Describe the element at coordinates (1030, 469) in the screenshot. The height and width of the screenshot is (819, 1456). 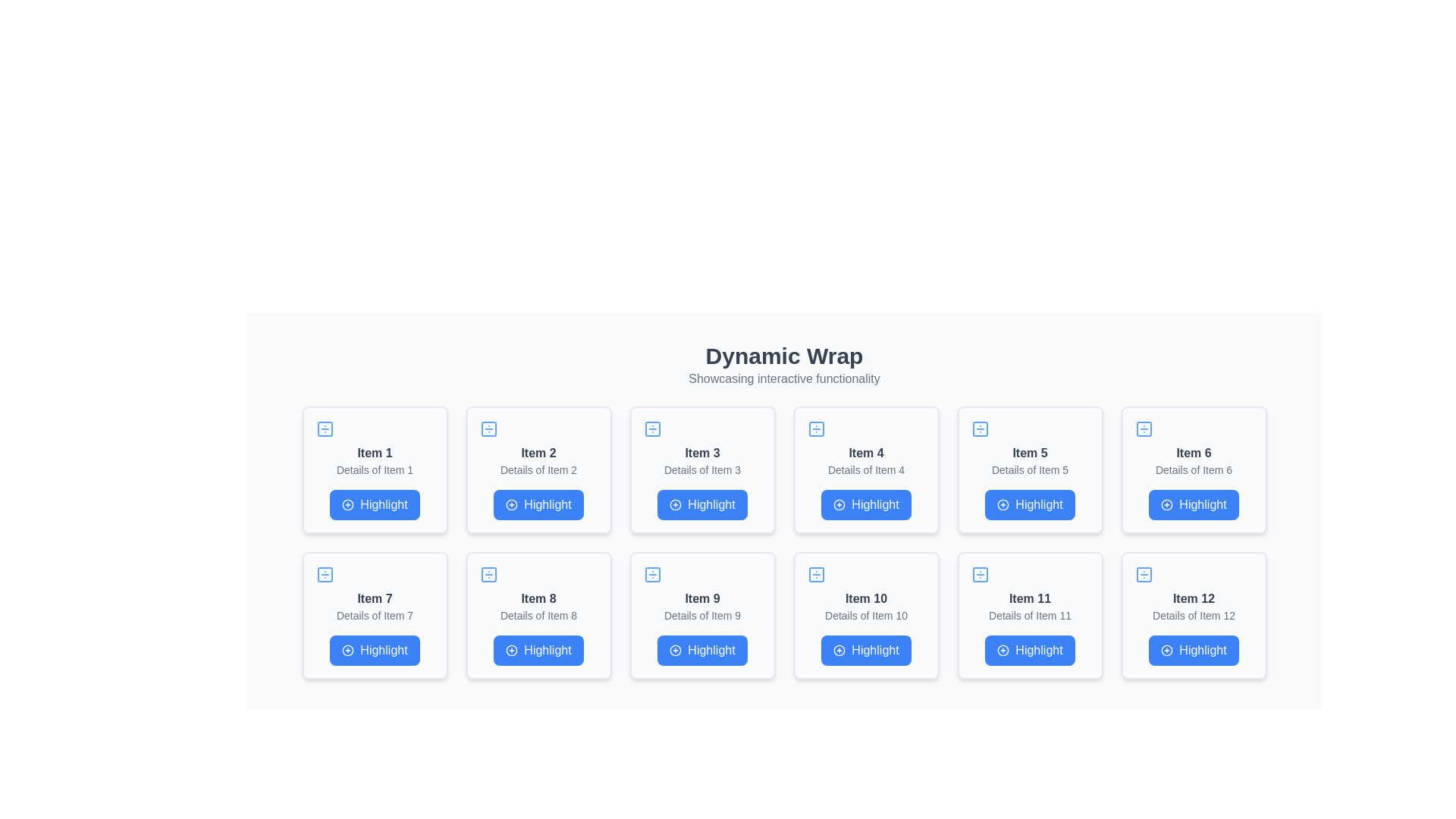
I see `the text label displaying 'Details of Item 5' which is centrally positioned in the card for 'Item 5'` at that location.